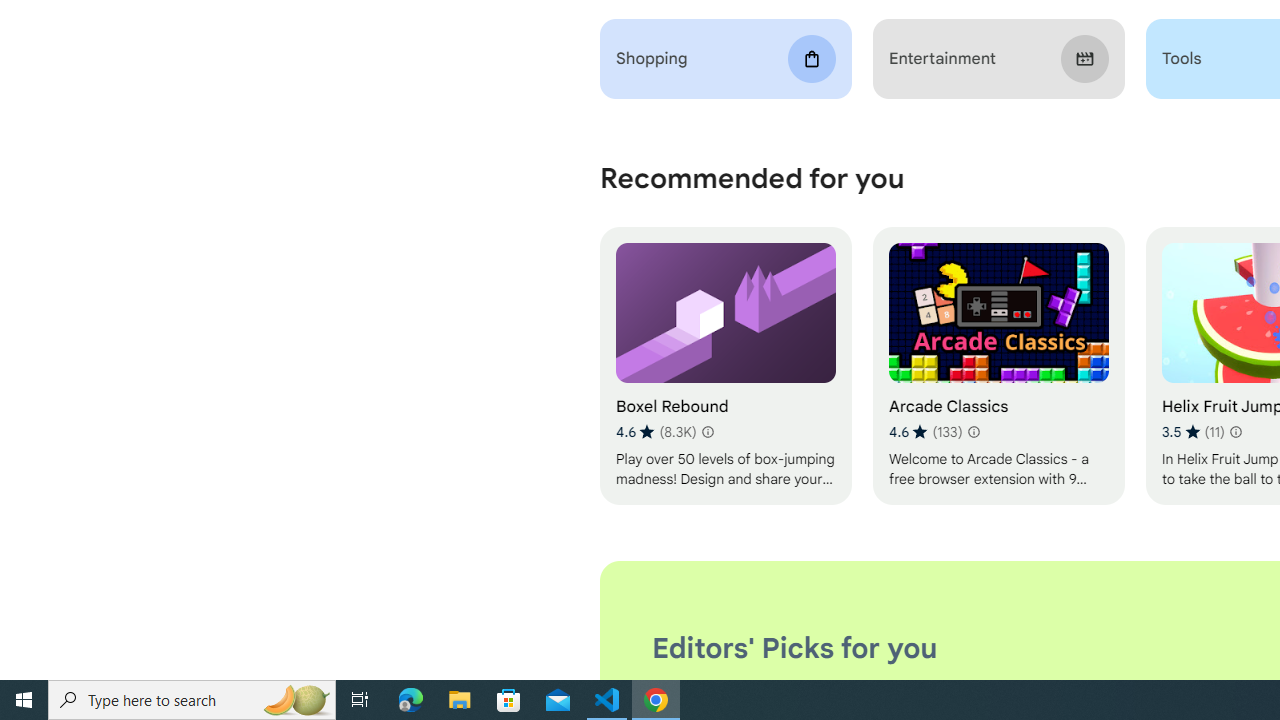 Image resolution: width=1280 pixels, height=720 pixels. Describe the element at coordinates (998, 58) in the screenshot. I see `'Entertainment'` at that location.